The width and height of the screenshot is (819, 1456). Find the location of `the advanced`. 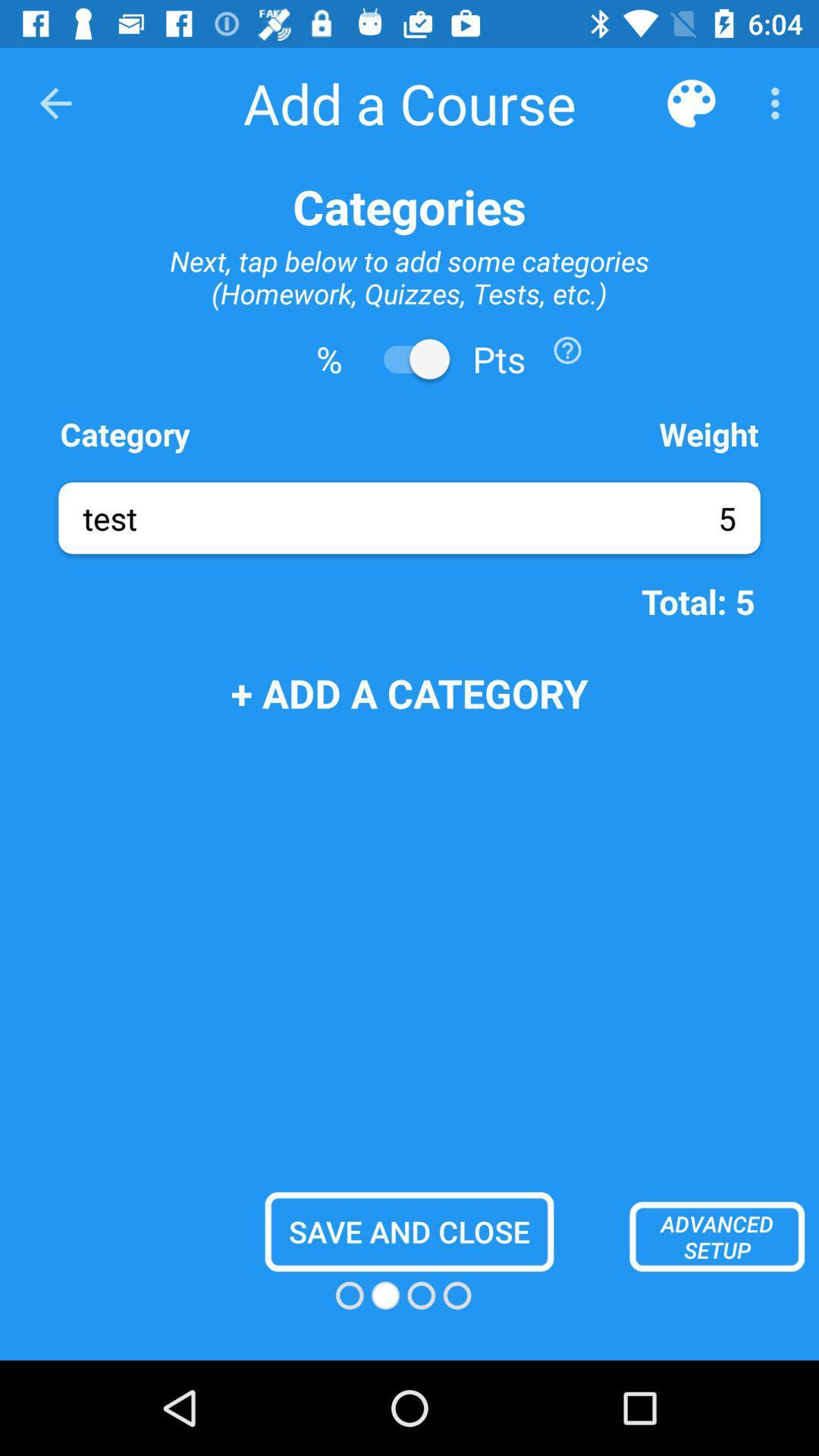

the advanced is located at coordinates (717, 1236).